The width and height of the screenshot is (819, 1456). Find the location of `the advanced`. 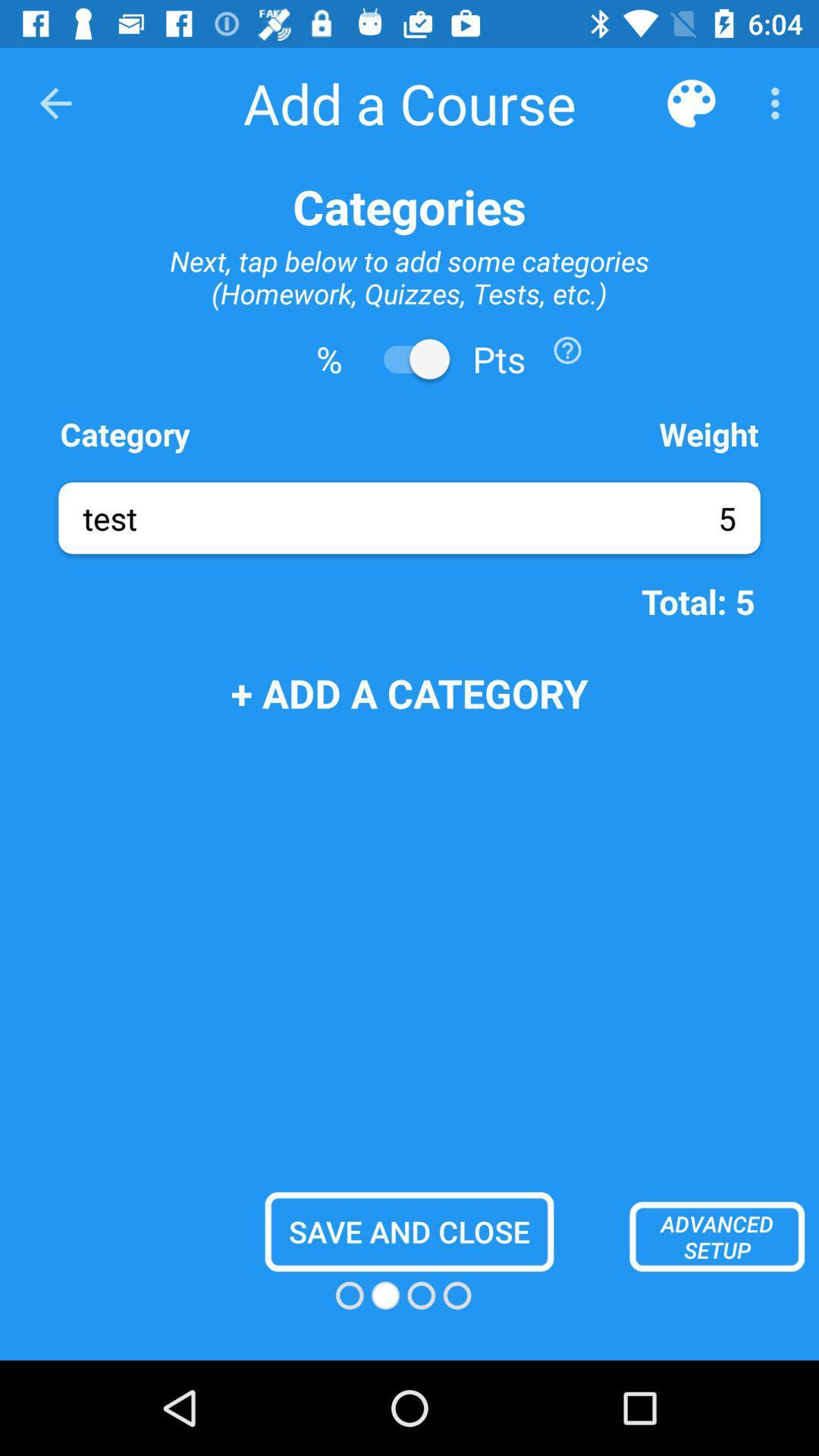

the advanced is located at coordinates (717, 1236).